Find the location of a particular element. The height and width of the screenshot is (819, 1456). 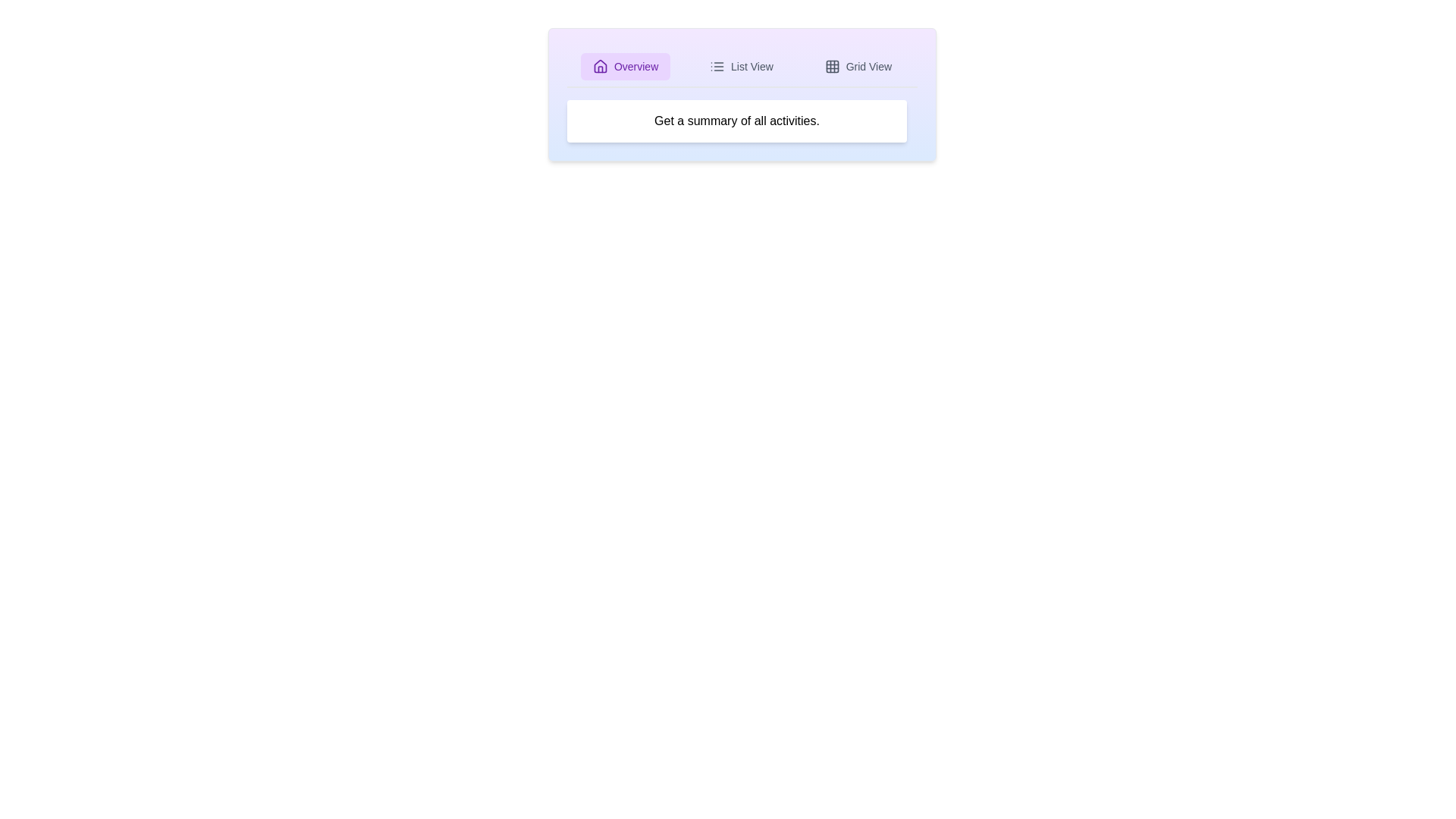

the List View tab by clicking on the respective tab button is located at coordinates (741, 66).